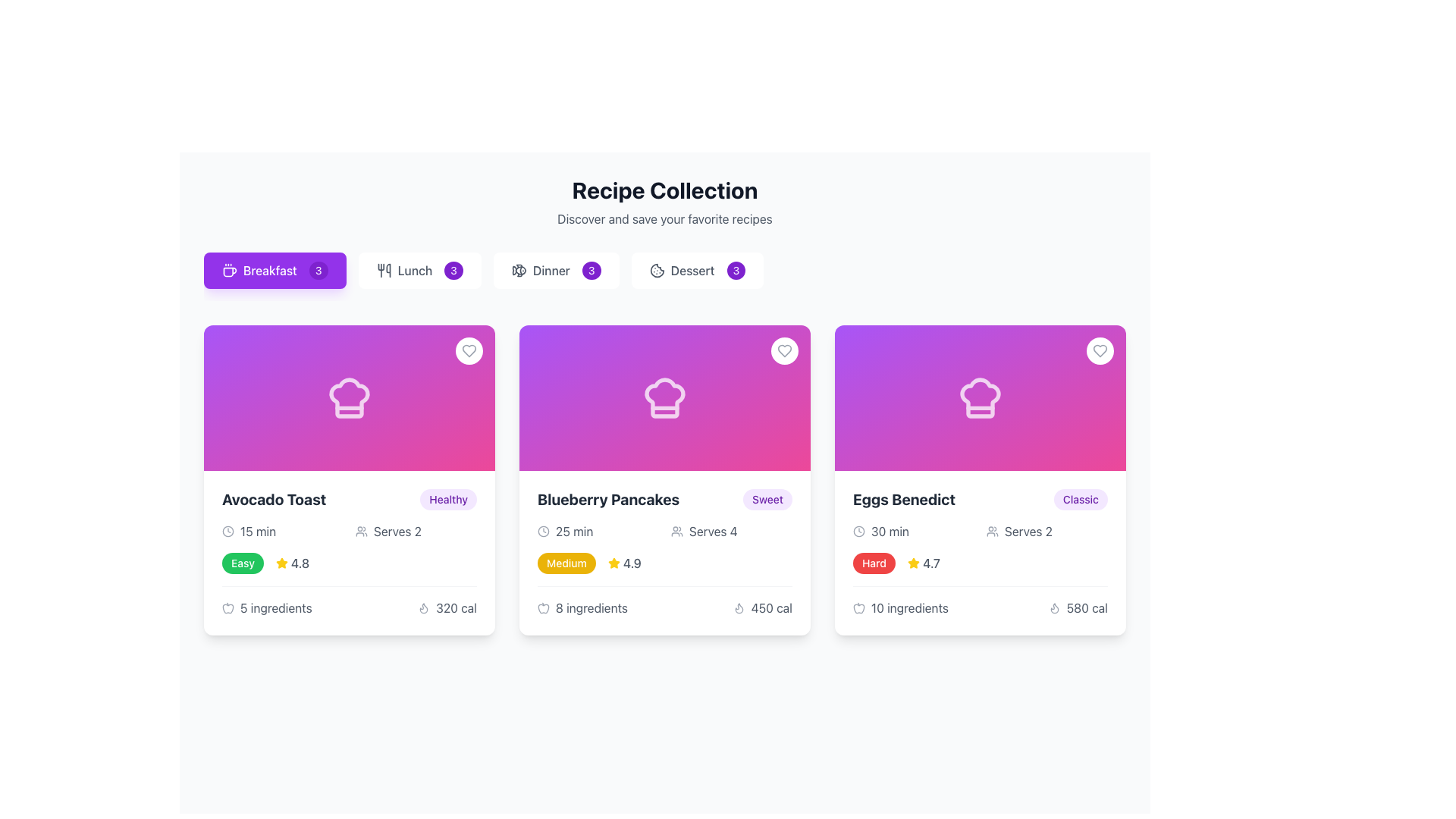  What do you see at coordinates (275, 270) in the screenshot?
I see `the 'Breakfast' button, which has a purple background, rounded corners, and white text, to filter recipes to 'Breakfast'` at bounding box center [275, 270].